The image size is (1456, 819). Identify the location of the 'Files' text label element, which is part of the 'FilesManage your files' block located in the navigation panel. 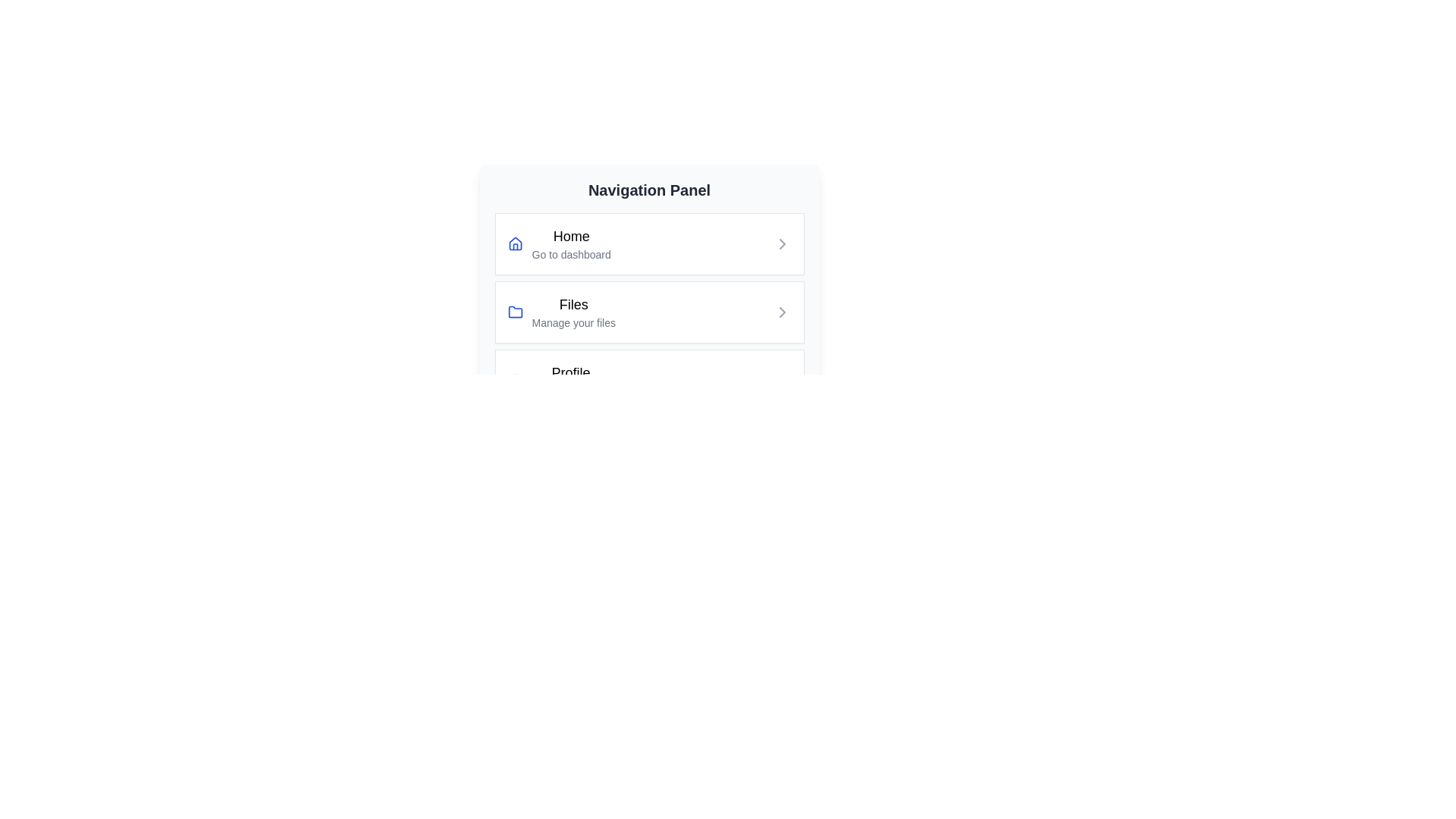
(573, 312).